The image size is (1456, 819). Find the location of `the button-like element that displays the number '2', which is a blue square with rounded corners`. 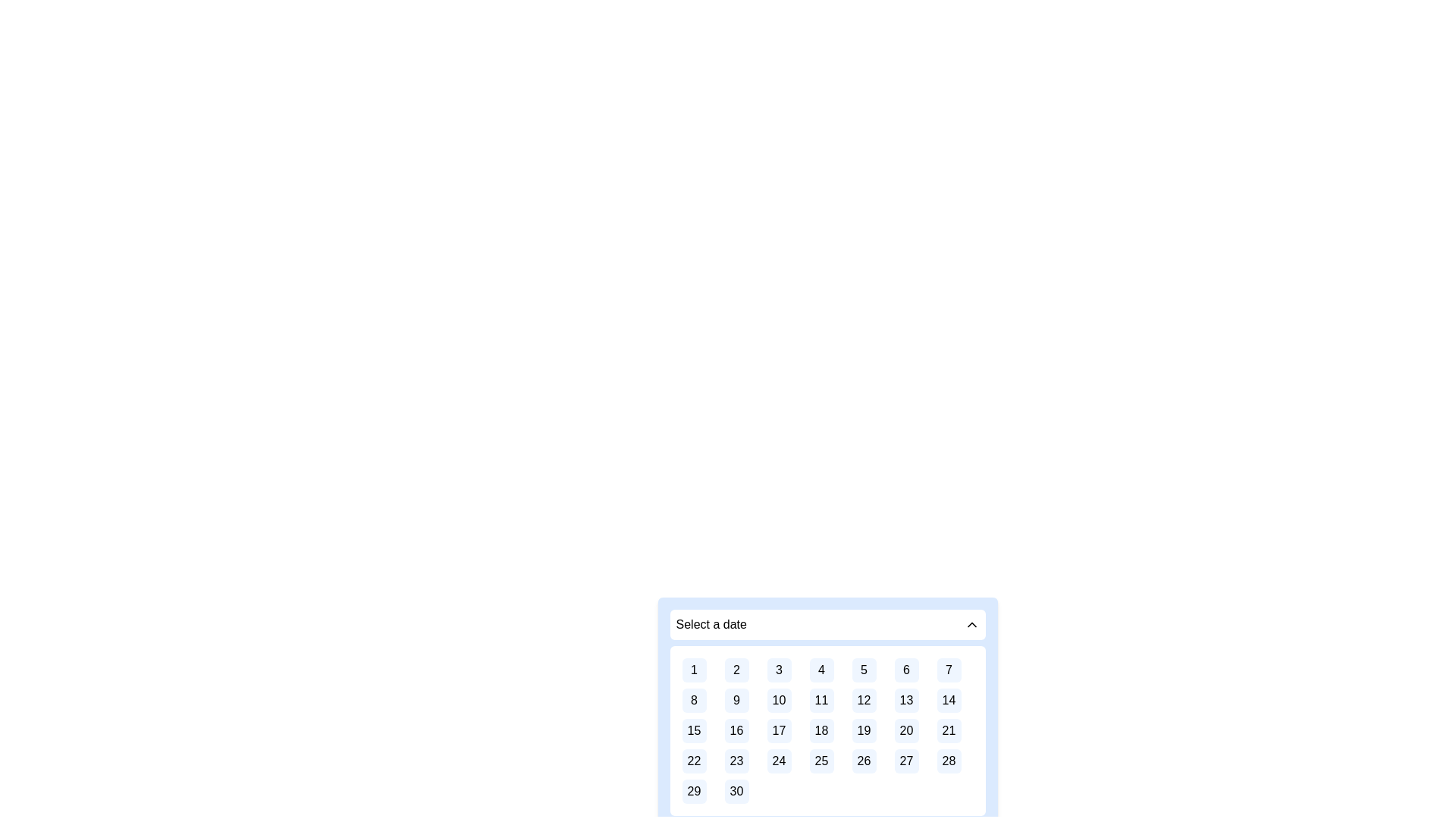

the button-like element that displays the number '2', which is a blue square with rounded corners is located at coordinates (736, 669).